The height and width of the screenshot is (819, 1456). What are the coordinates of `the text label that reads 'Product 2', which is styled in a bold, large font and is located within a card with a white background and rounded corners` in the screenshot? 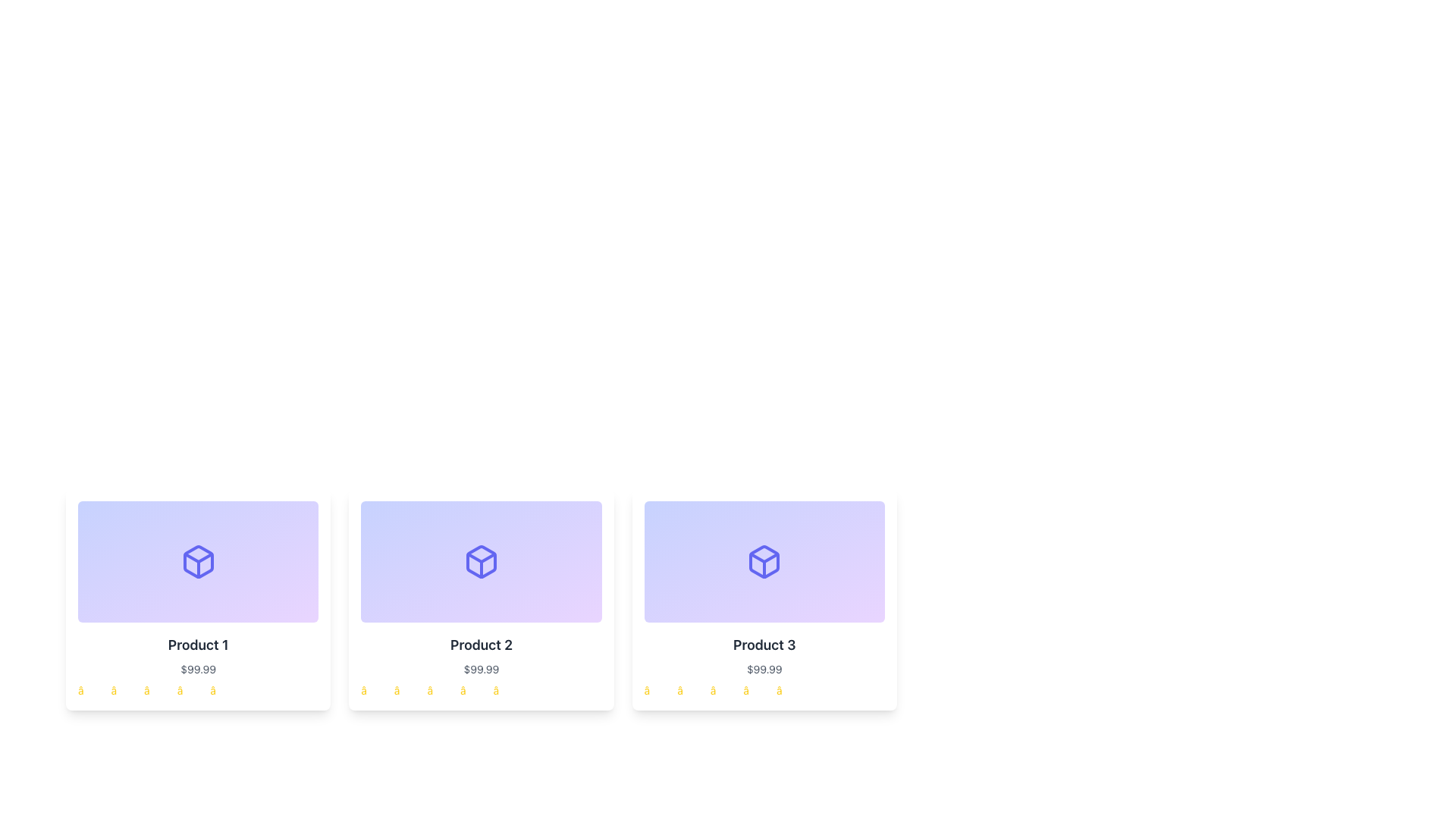 It's located at (480, 645).